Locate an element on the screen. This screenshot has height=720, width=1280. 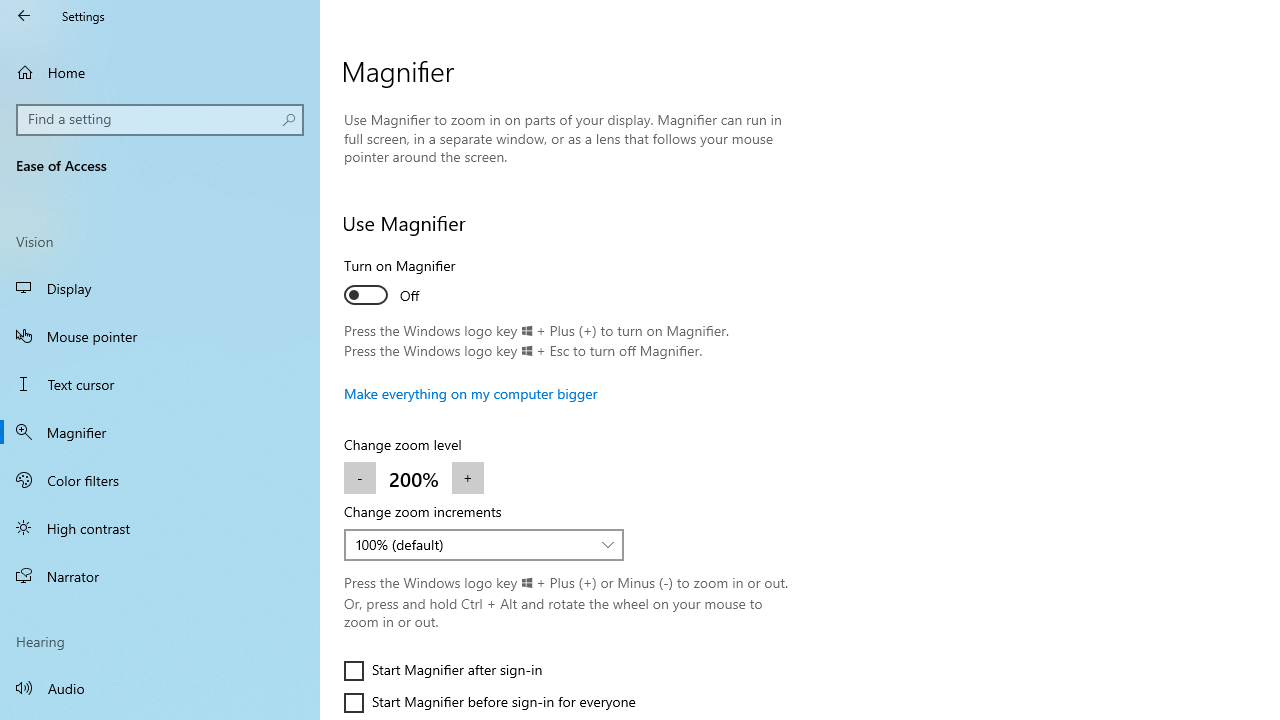
'Zoom in' is located at coordinates (466, 478).